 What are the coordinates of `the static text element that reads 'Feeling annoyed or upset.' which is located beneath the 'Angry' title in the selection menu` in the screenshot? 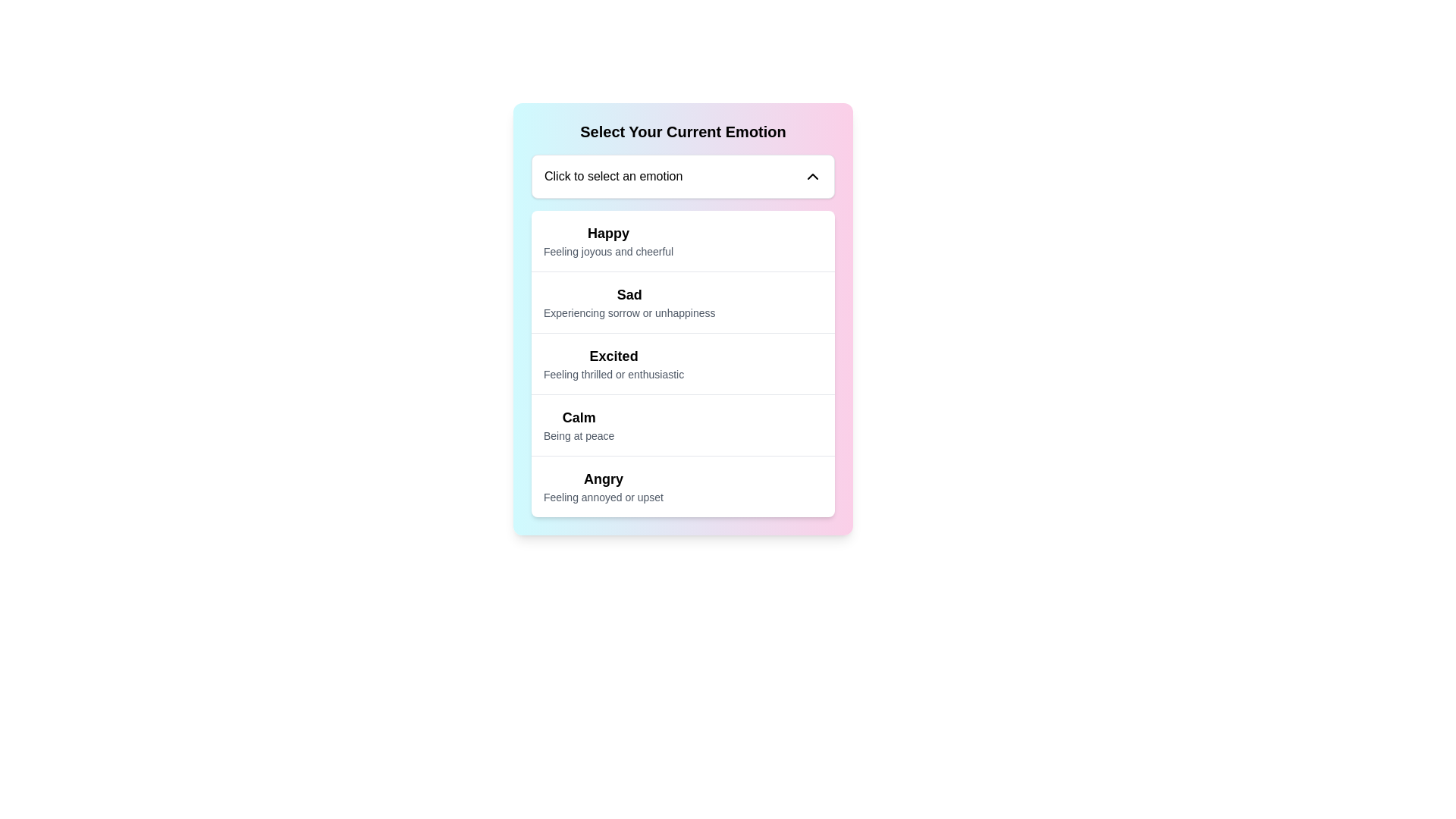 It's located at (603, 497).